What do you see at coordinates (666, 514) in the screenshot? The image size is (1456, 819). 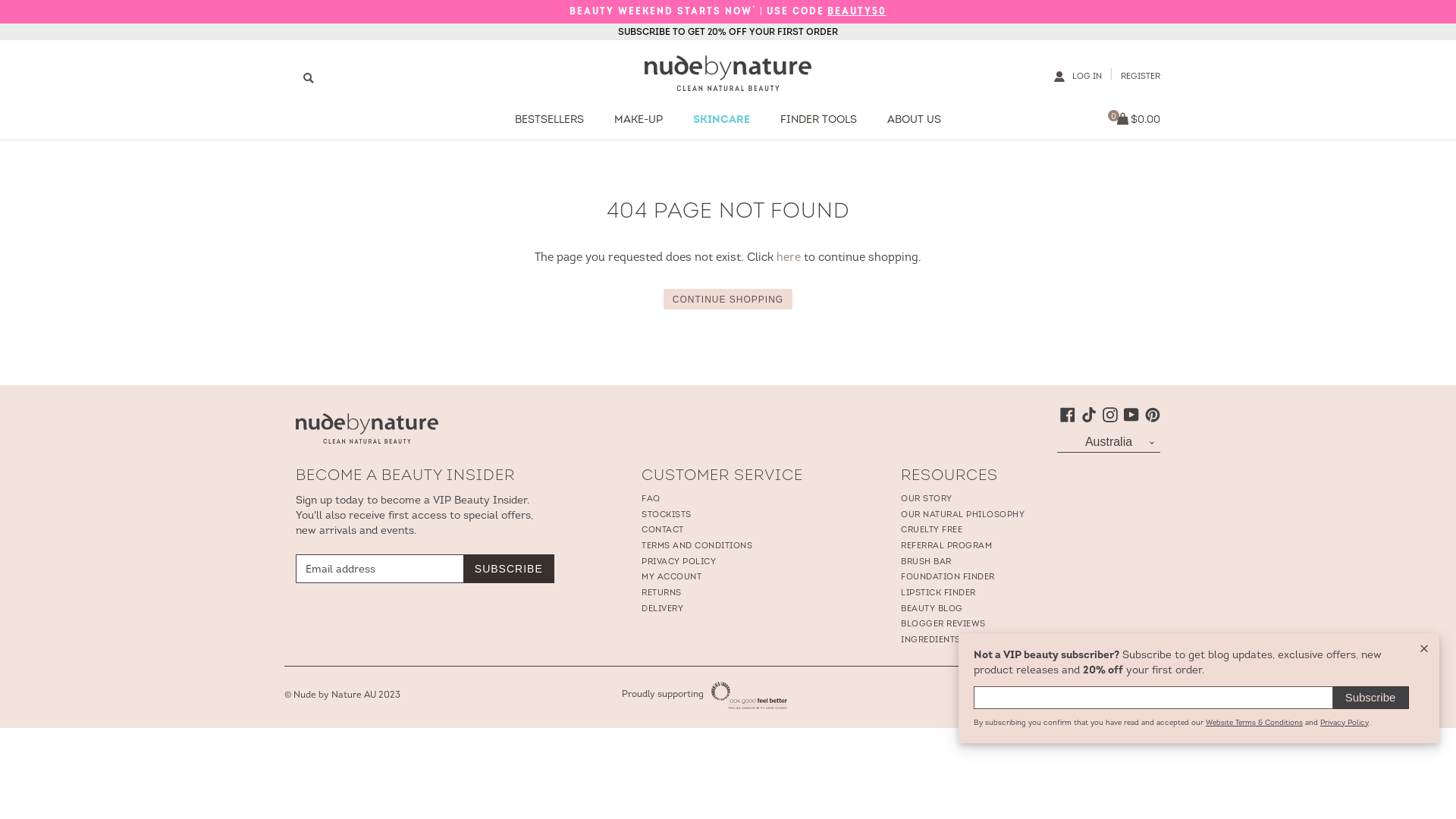 I see `'STOCKISTS'` at bounding box center [666, 514].